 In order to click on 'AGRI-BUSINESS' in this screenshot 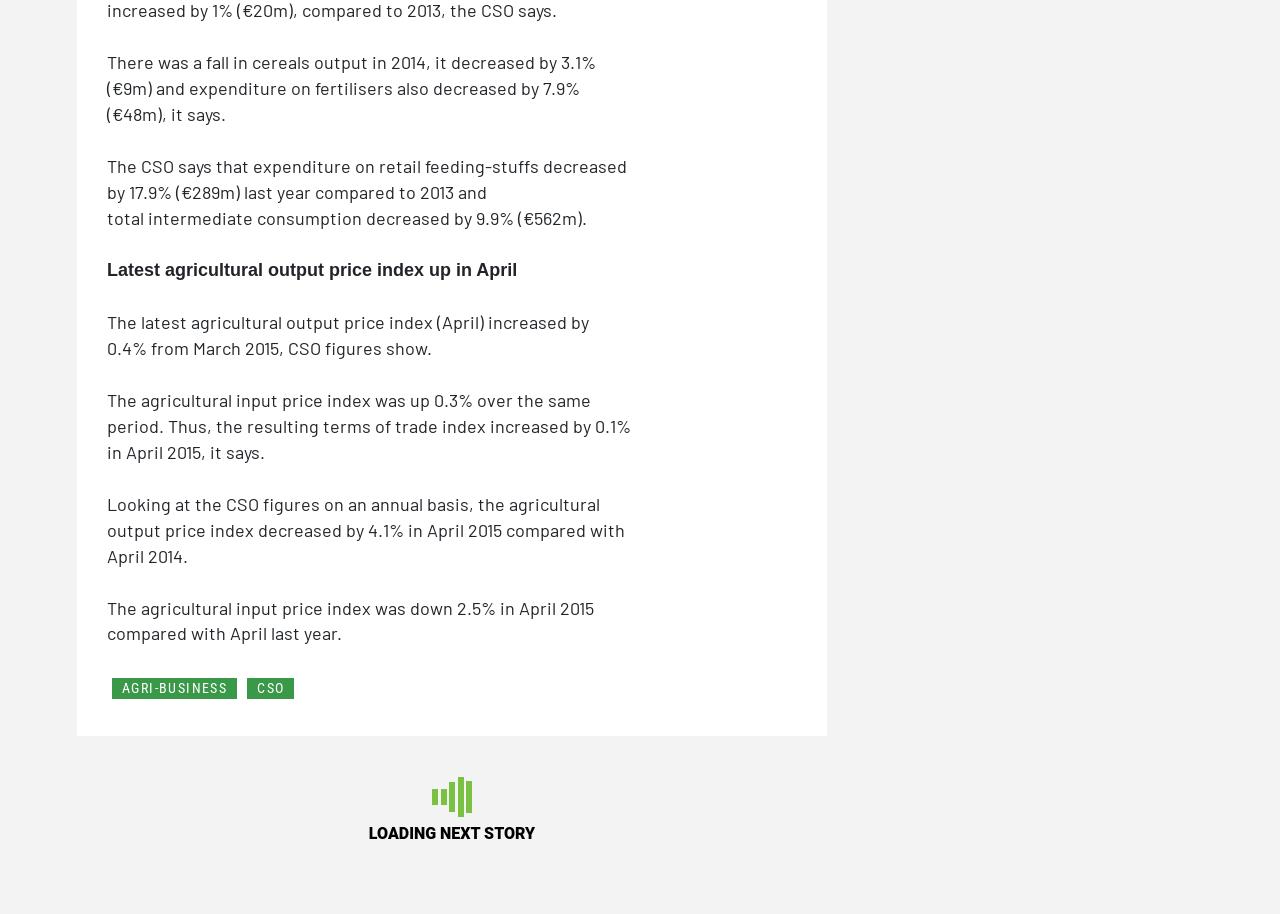, I will do `click(174, 686)`.